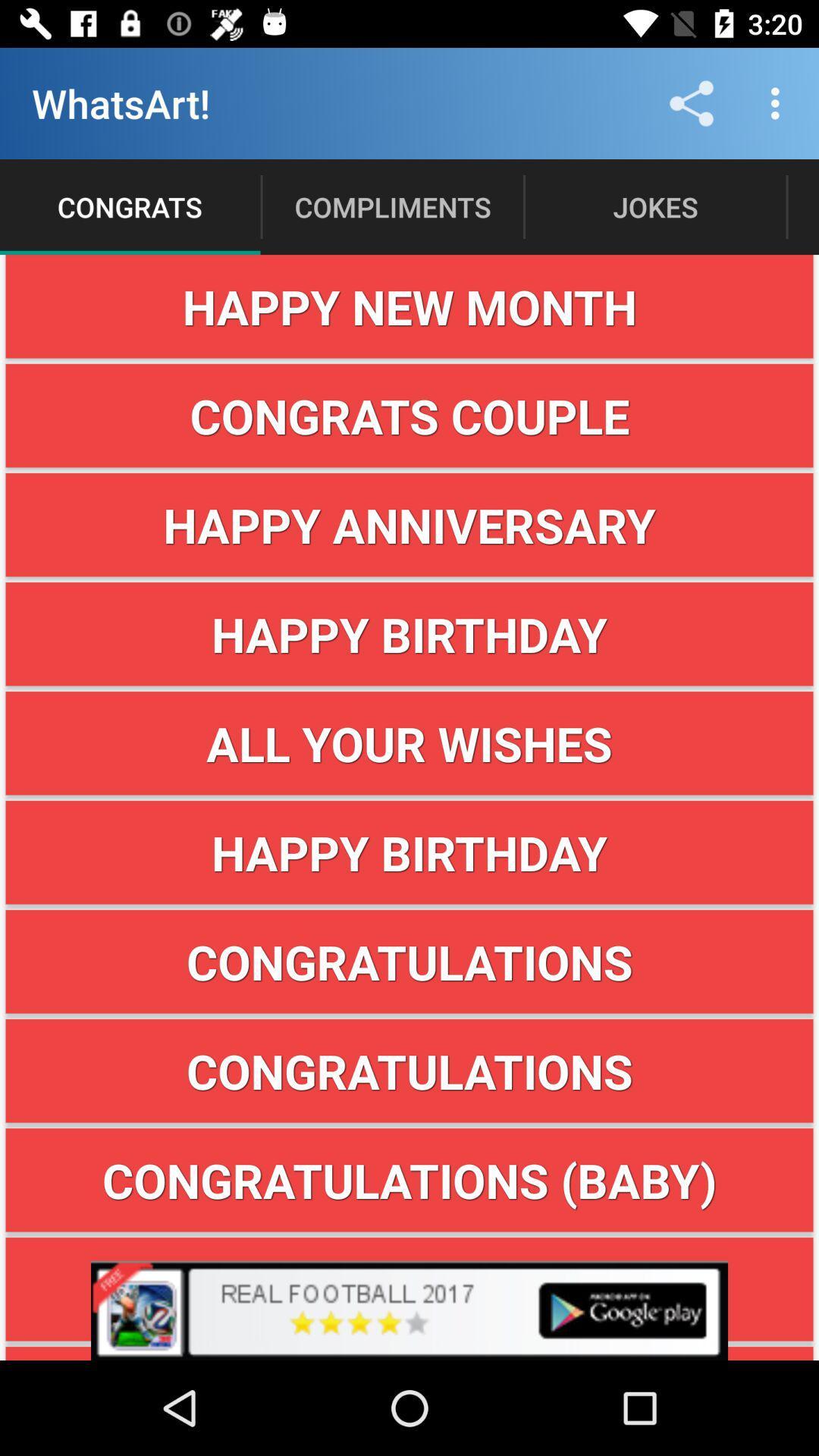  Describe the element at coordinates (409, 1179) in the screenshot. I see `congratulations baby` at that location.